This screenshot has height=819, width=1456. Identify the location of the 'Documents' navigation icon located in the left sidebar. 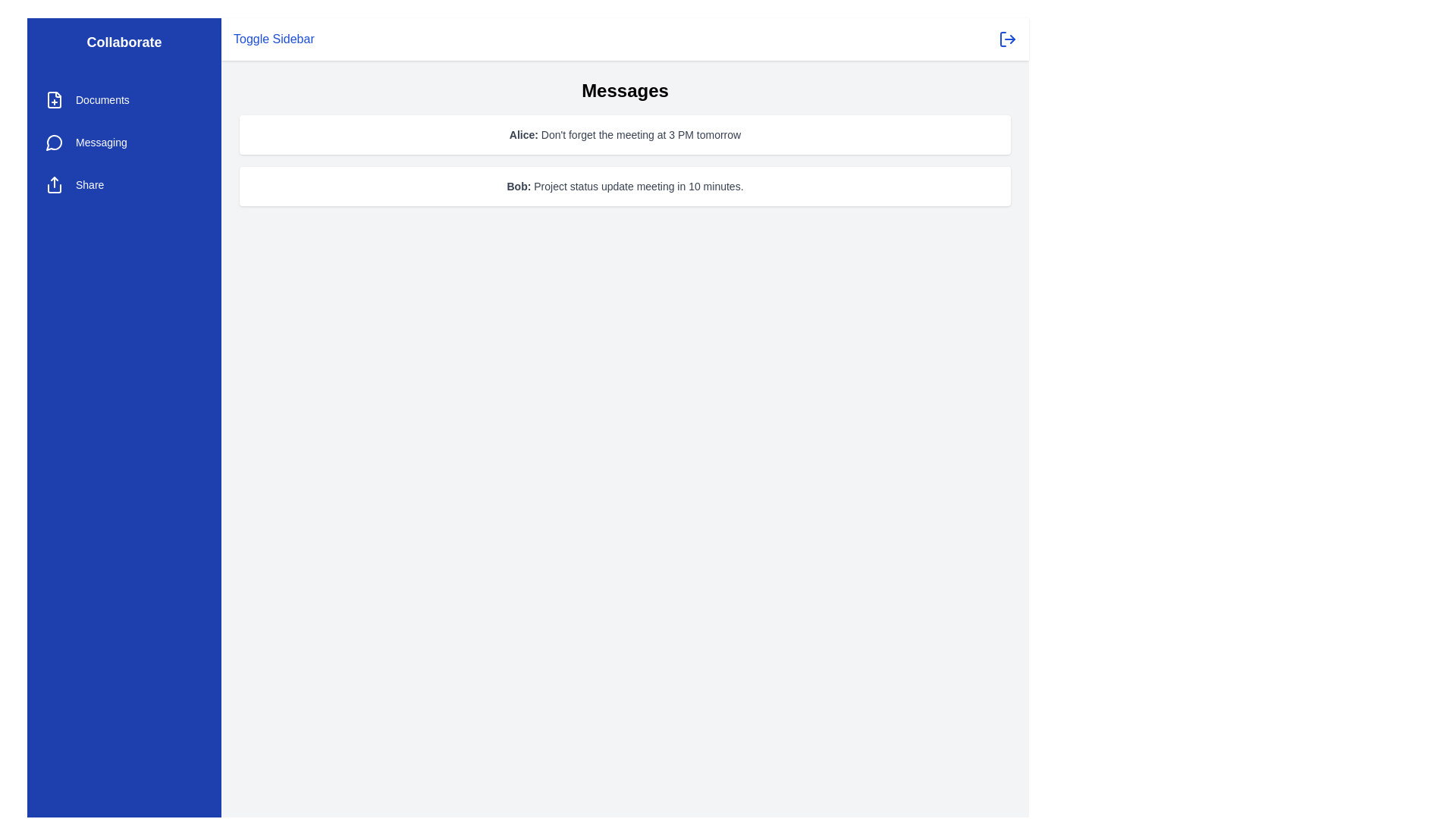
(55, 99).